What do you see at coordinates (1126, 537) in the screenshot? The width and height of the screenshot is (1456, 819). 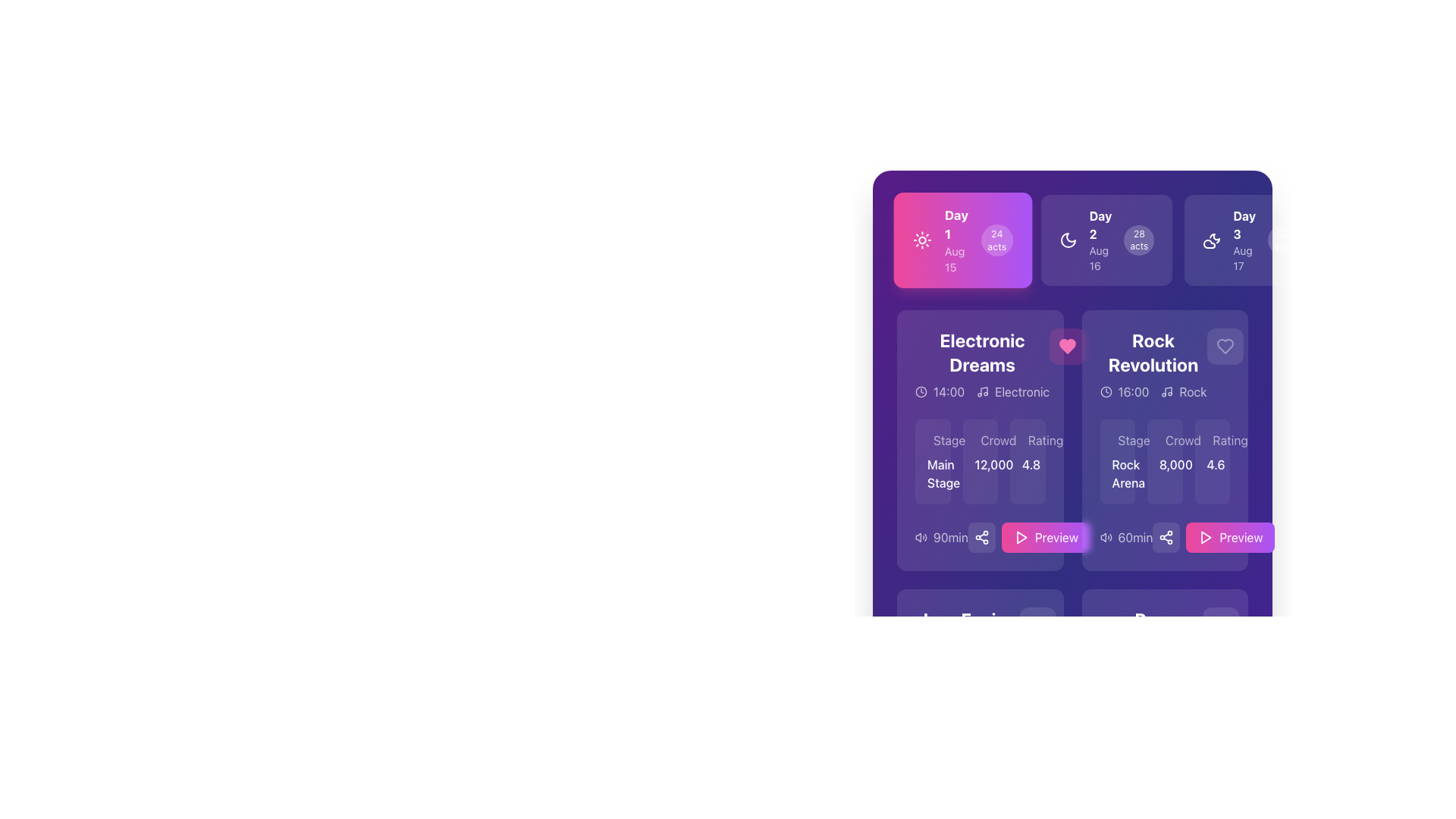 I see `the Label with a sound icon displaying '60min' on a purple background, located to the left of the 'Preview' button in the 'Rock Revolution' section` at bounding box center [1126, 537].